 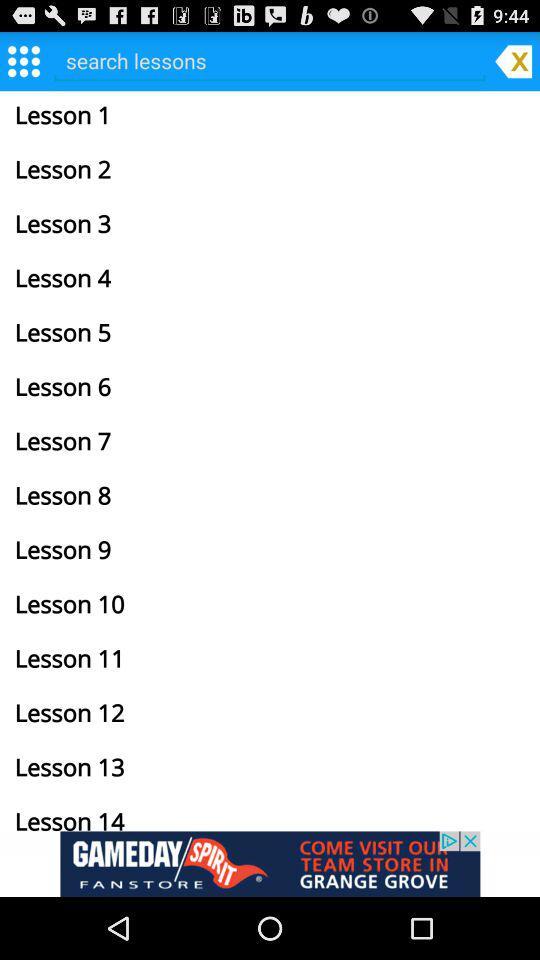 I want to click on close/return the page, so click(x=513, y=59).